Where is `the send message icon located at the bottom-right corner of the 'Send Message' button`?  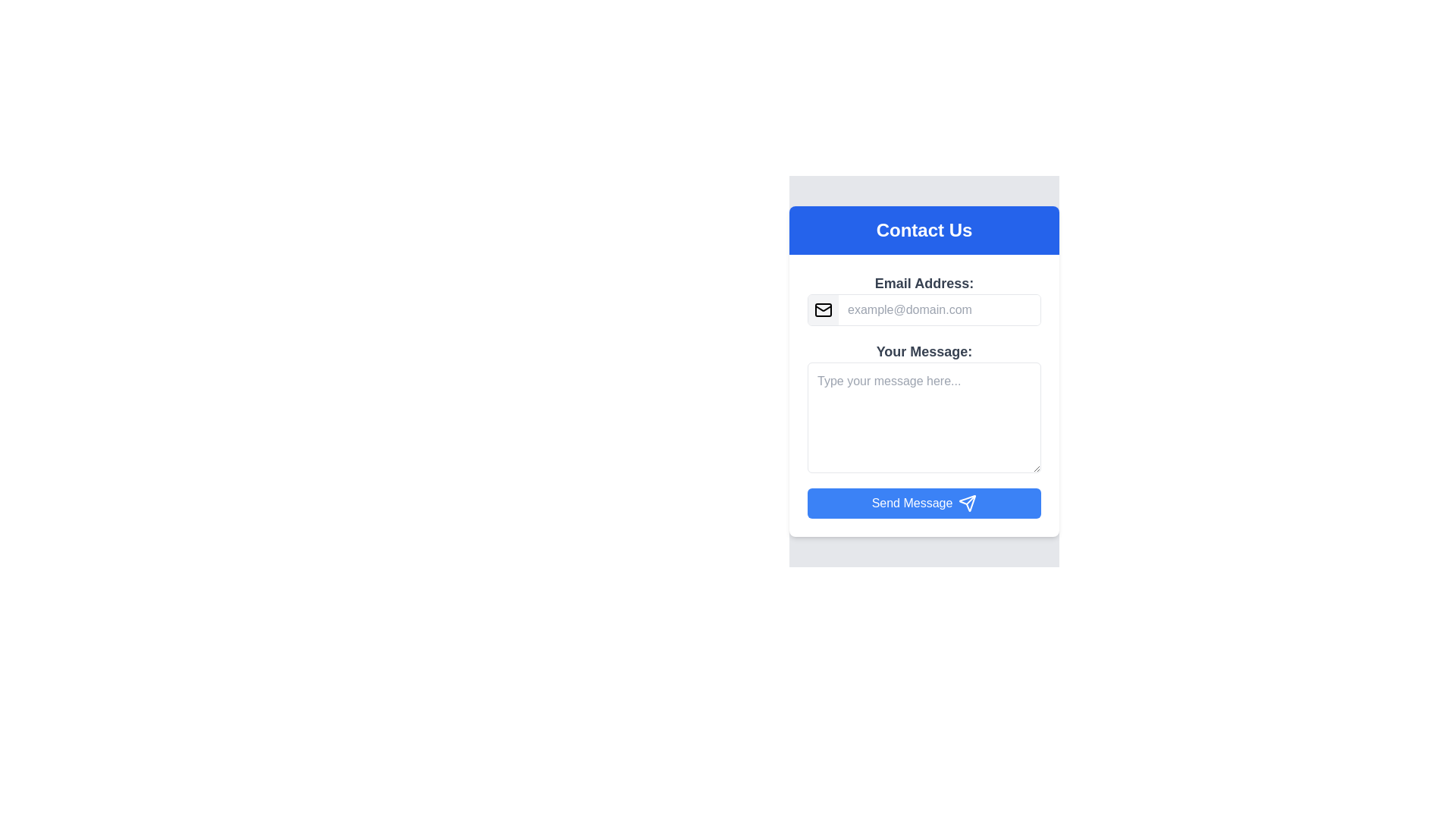
the send message icon located at the bottom-right corner of the 'Send Message' button is located at coordinates (967, 503).